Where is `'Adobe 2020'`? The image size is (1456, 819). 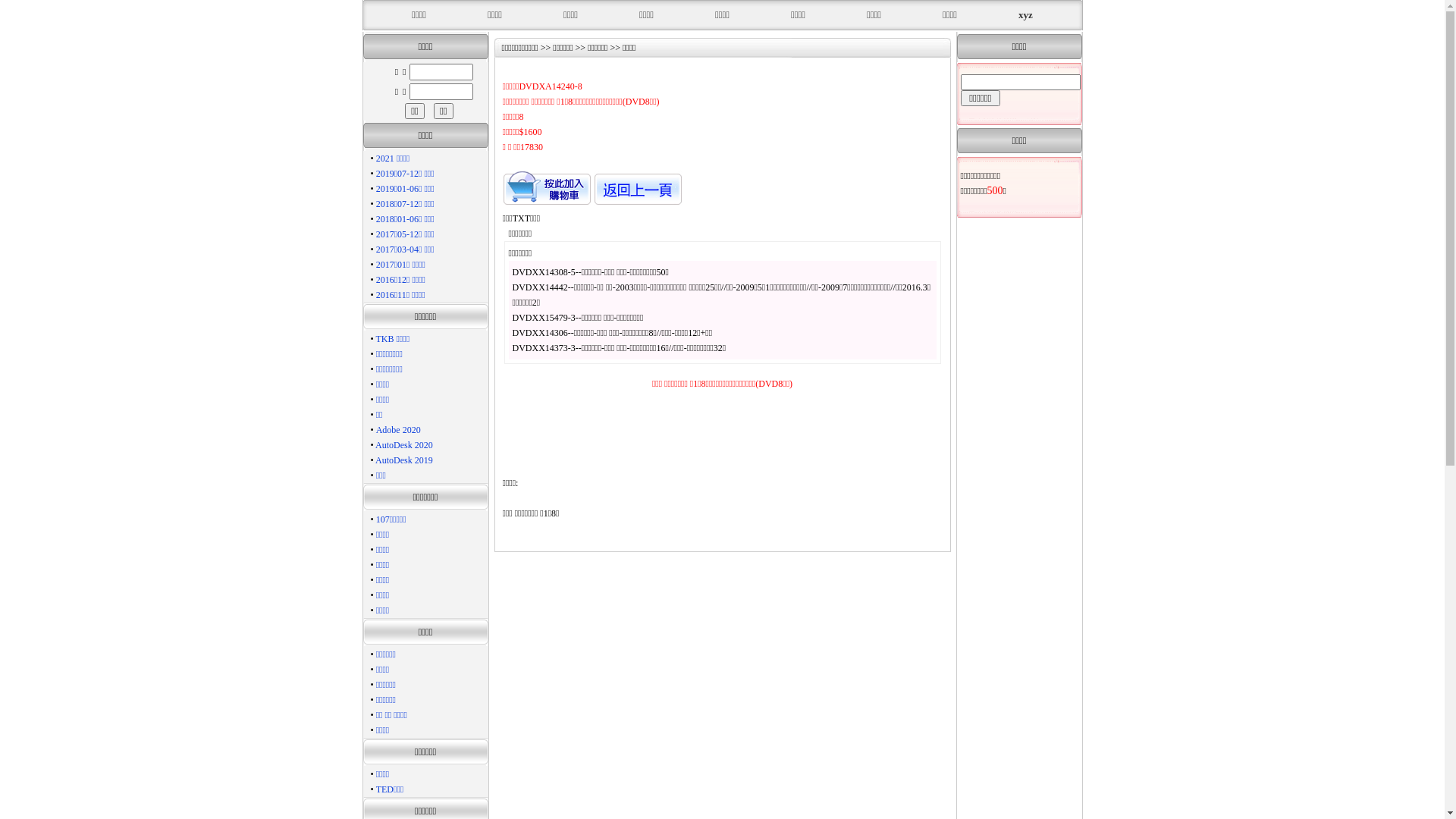 'Adobe 2020' is located at coordinates (398, 430).